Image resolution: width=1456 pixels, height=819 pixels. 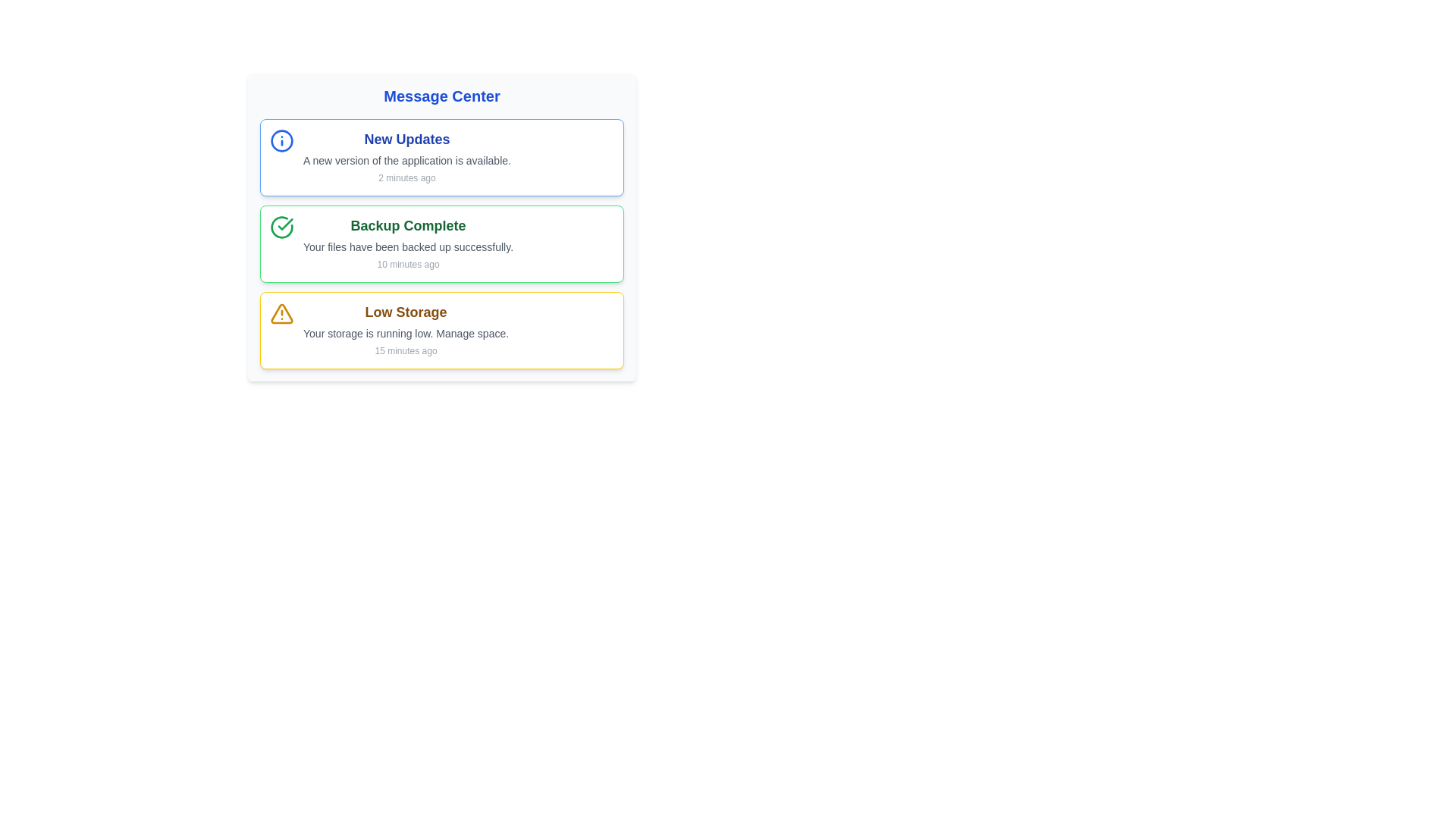 I want to click on the informational label displaying '10 minutes ago' in light gray text, located in the bottom-right corner of the 'Backup Complete' notification box, so click(x=408, y=263).